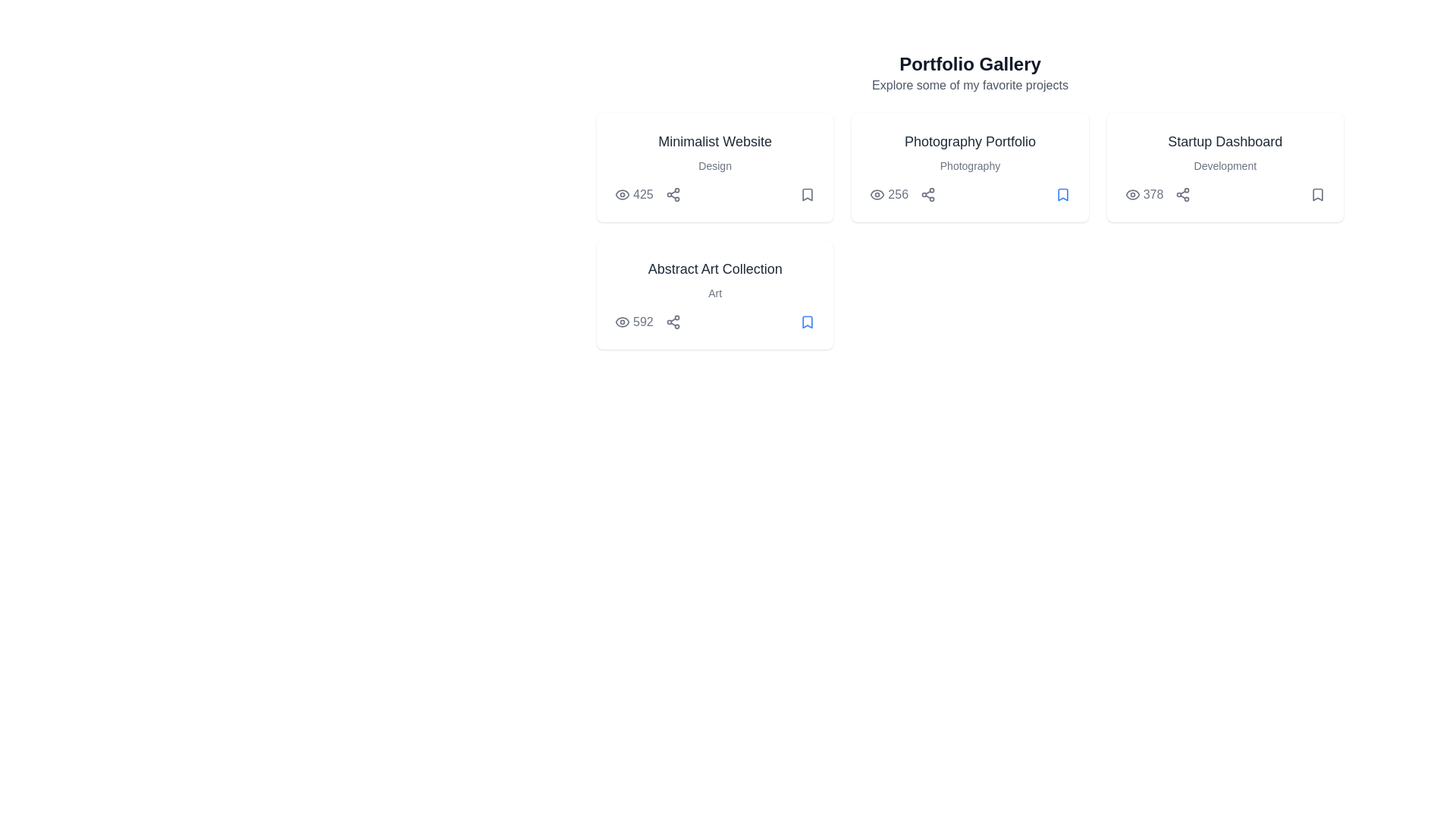 Image resolution: width=1456 pixels, height=819 pixels. I want to click on the Text Label that indicates the category of the project in the first card of the Portfolio Gallery, positioned below the heading 'Minimalist Website', so click(714, 166).